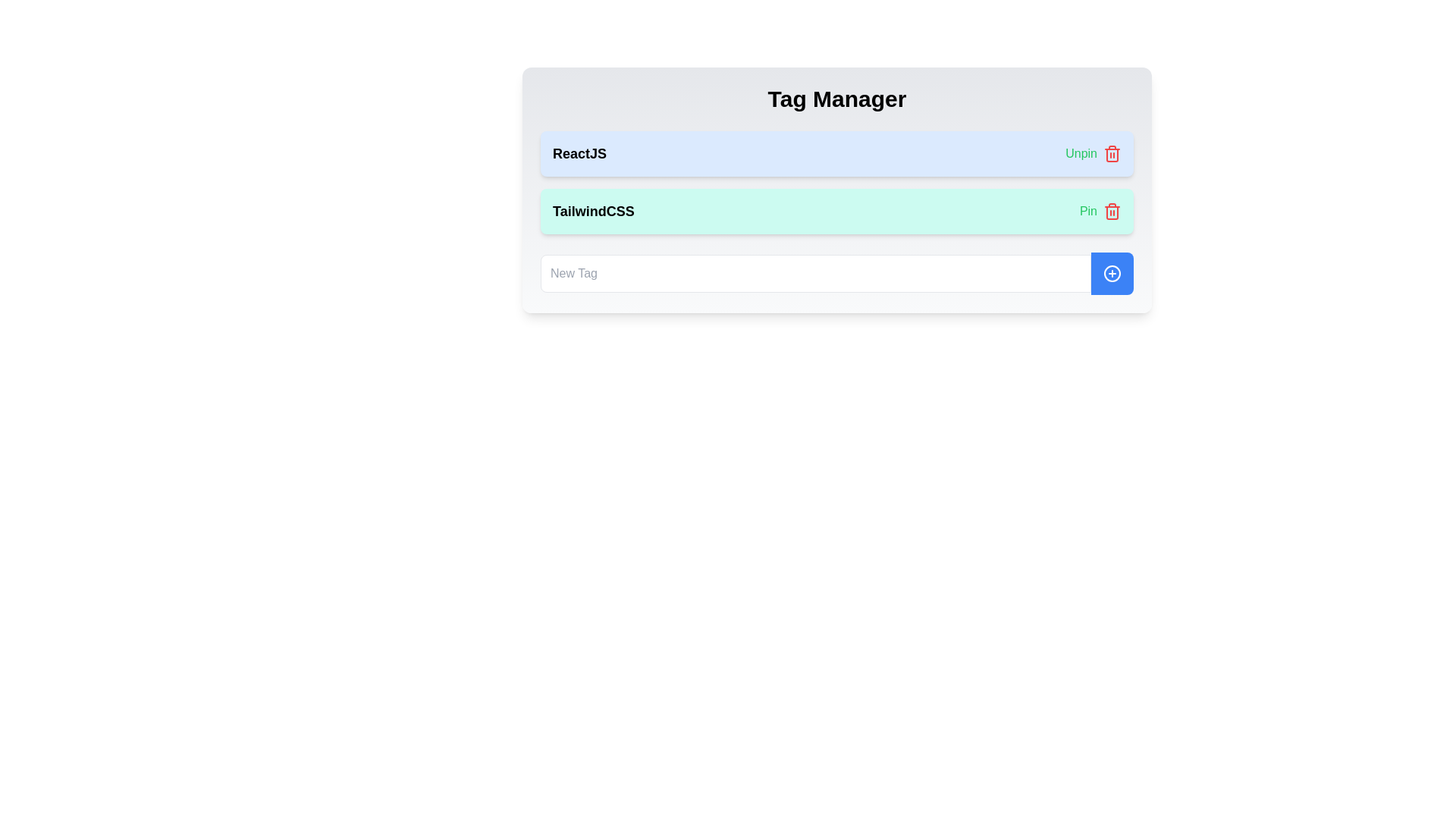 The height and width of the screenshot is (819, 1456). I want to click on text label located on the left side of a horizontally aligned group with a light teal background and rounded corners, adjacent to the 'Pin' option, so click(592, 211).